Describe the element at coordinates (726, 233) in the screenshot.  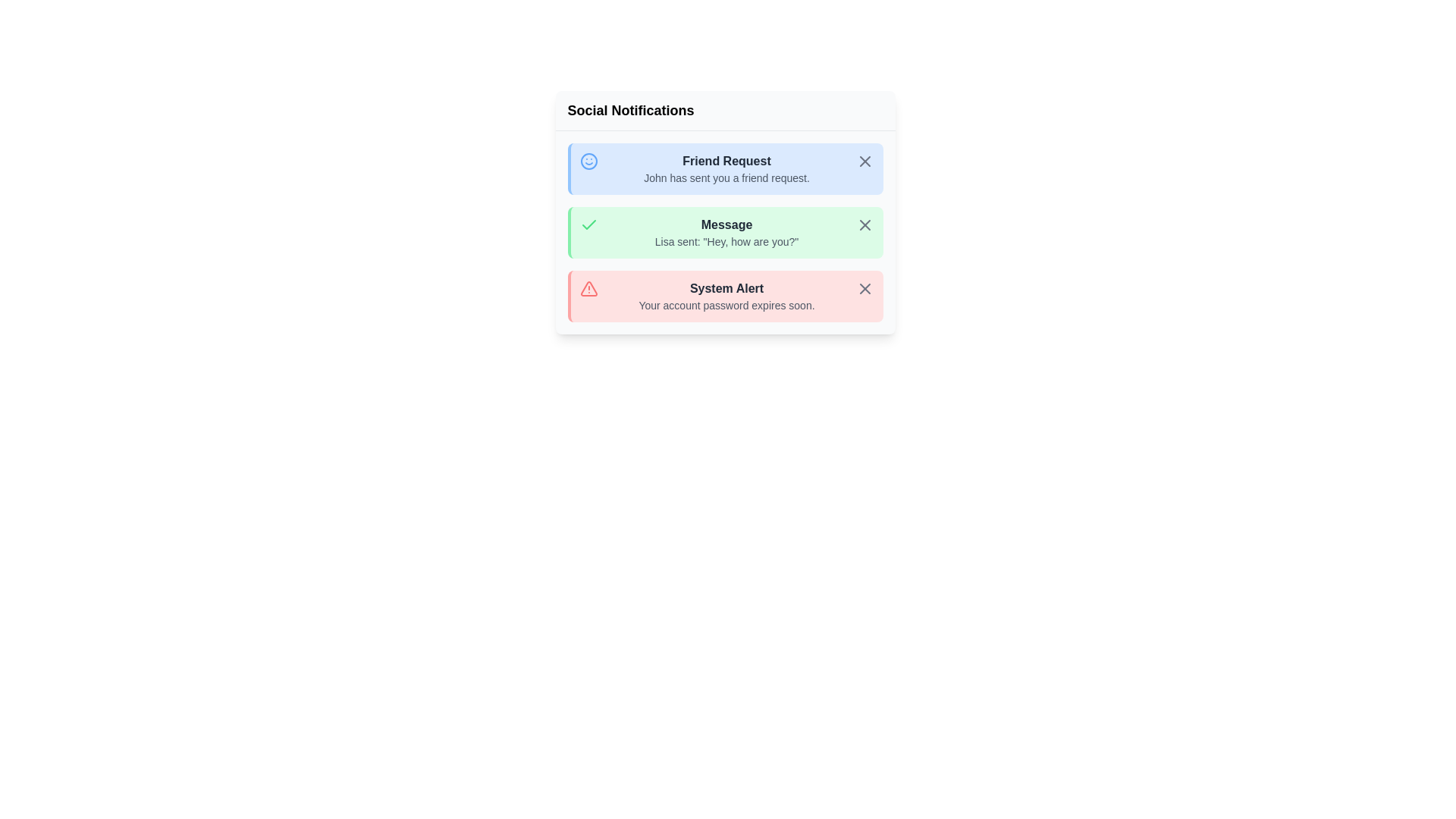
I see `the text display element that shows the message 'Lisa sent: "Hey, how are you?"' with the title 'Message', located in the 'Social Notifications' section` at that location.